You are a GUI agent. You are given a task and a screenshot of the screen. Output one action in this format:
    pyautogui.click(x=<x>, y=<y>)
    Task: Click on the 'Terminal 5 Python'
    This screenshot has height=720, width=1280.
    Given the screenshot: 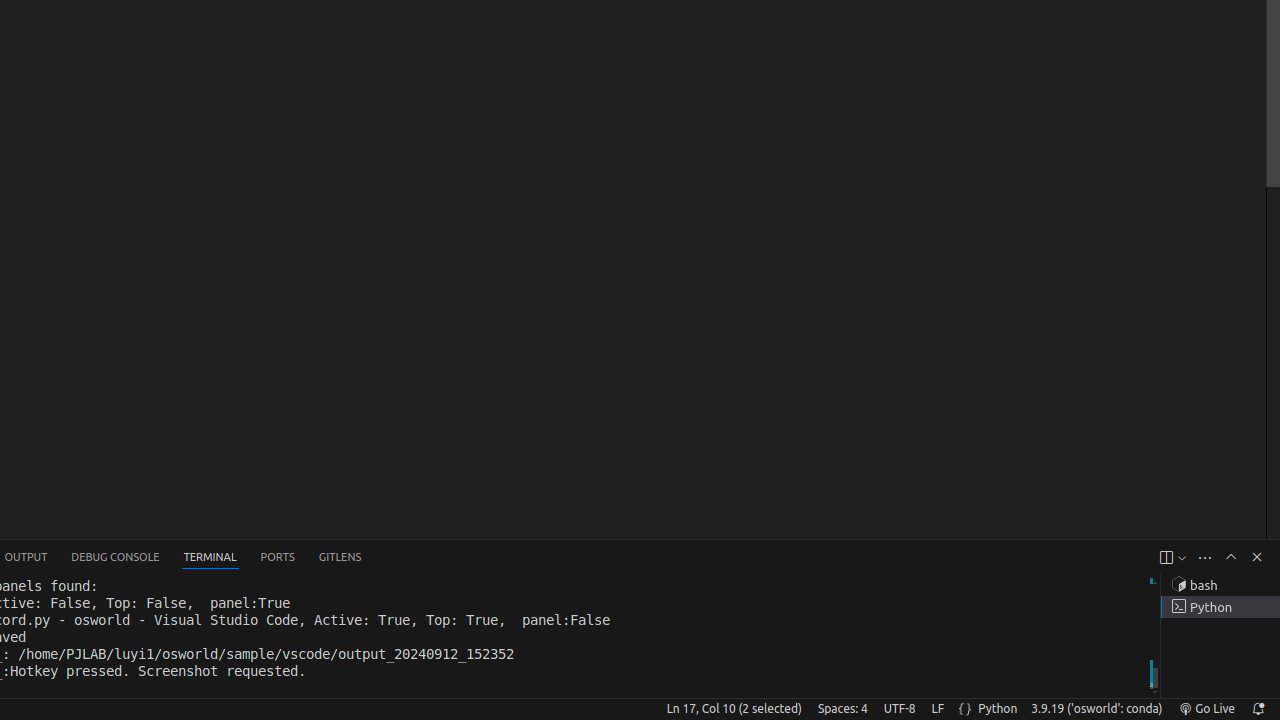 What is the action you would take?
    pyautogui.click(x=1219, y=606)
    